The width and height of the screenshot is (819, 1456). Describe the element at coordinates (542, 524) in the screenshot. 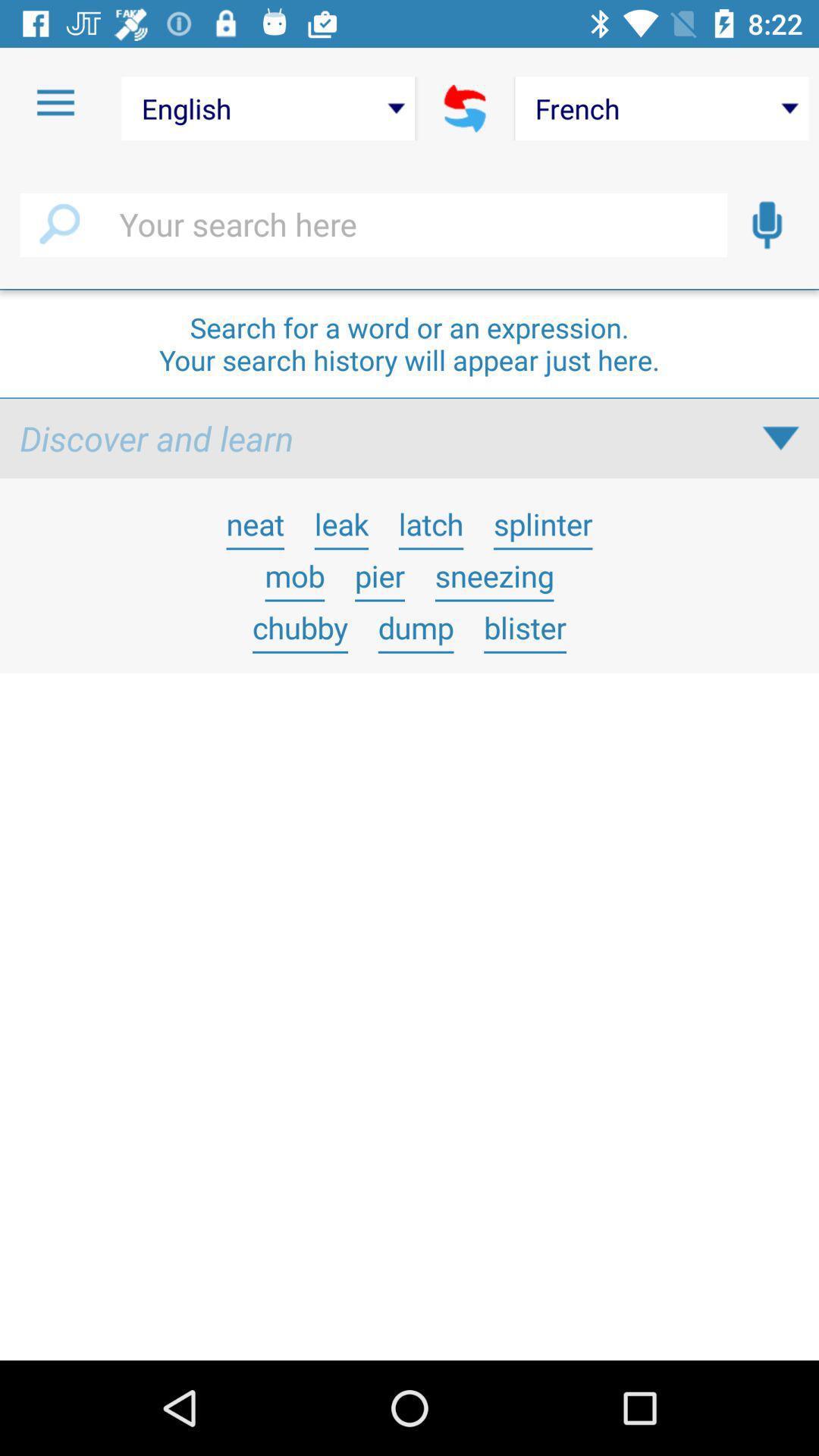

I see `the icon next to latch icon` at that location.